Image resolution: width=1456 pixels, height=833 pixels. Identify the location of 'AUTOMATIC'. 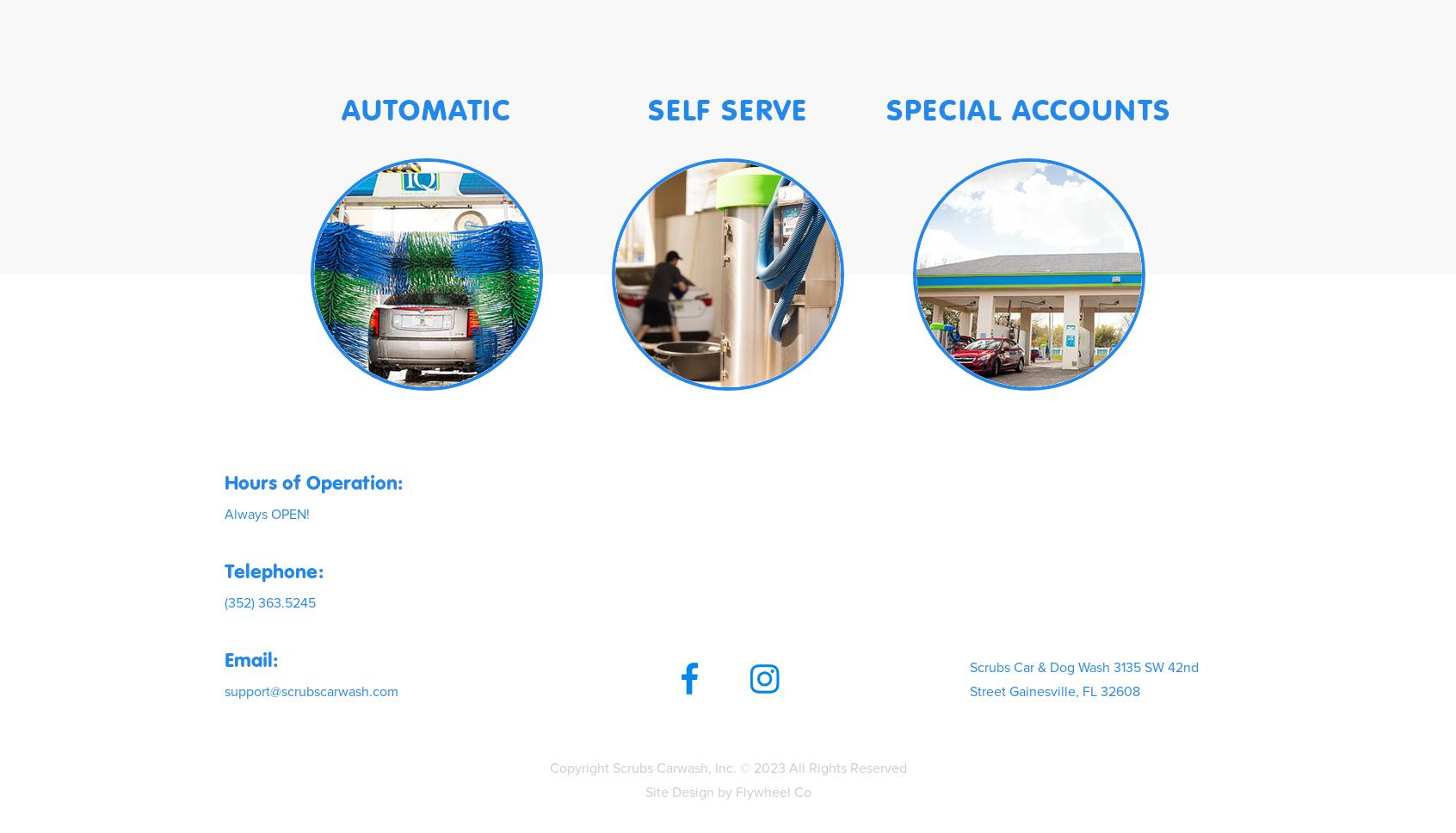
(426, 107).